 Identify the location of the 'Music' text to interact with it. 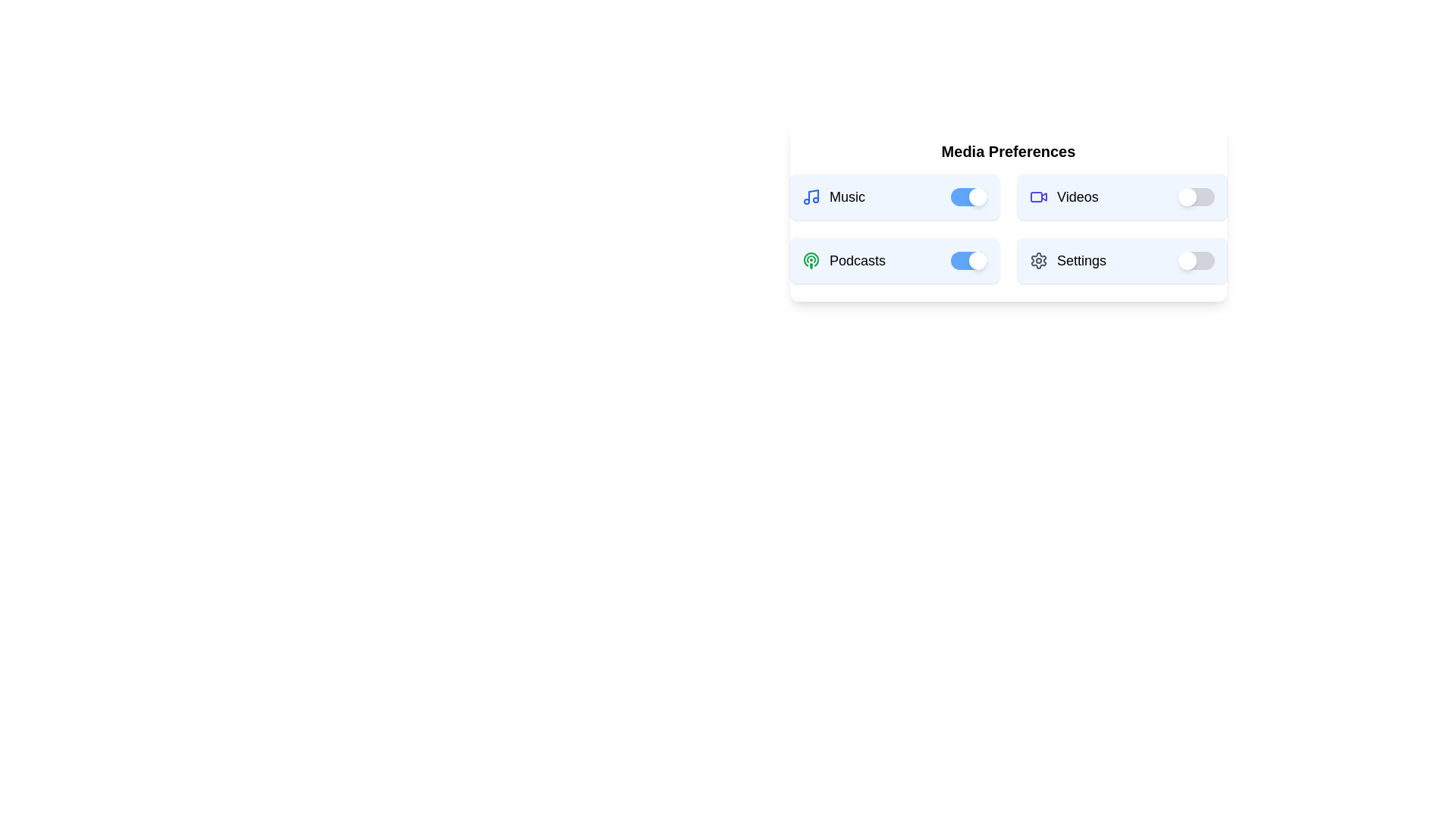
(833, 196).